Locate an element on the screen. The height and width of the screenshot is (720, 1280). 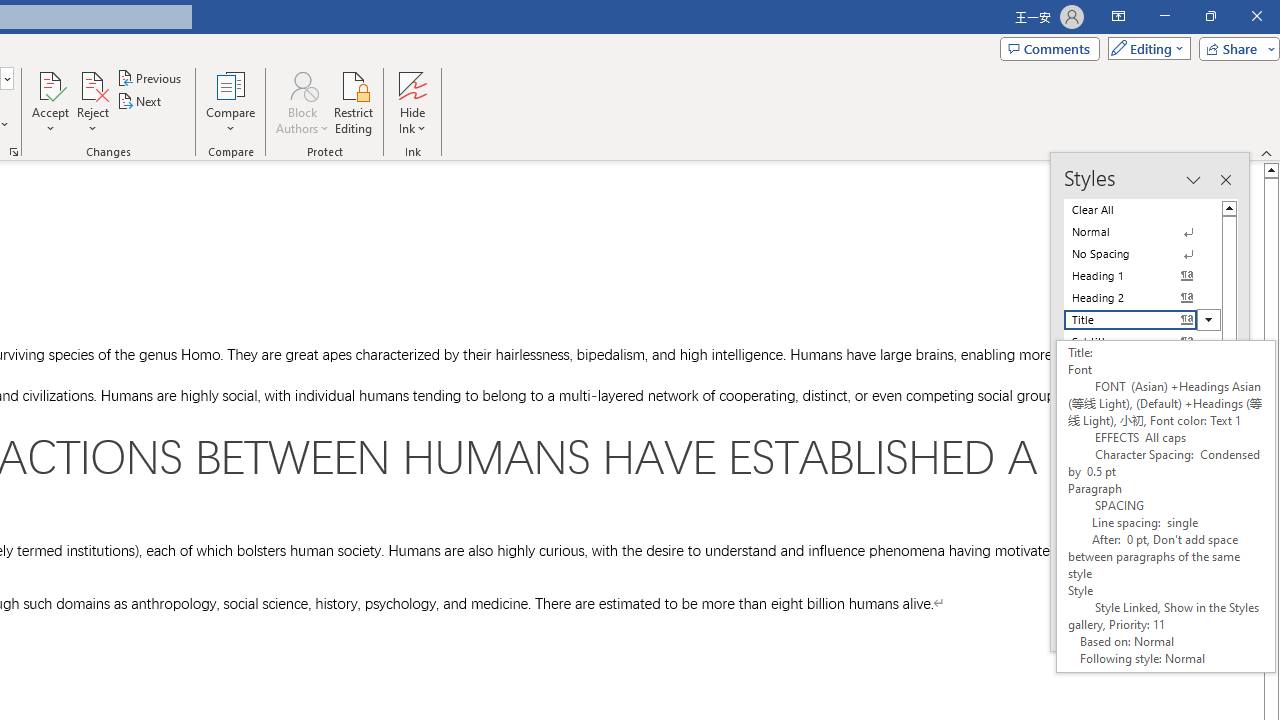
'Restrict Editing' is located at coordinates (353, 103).